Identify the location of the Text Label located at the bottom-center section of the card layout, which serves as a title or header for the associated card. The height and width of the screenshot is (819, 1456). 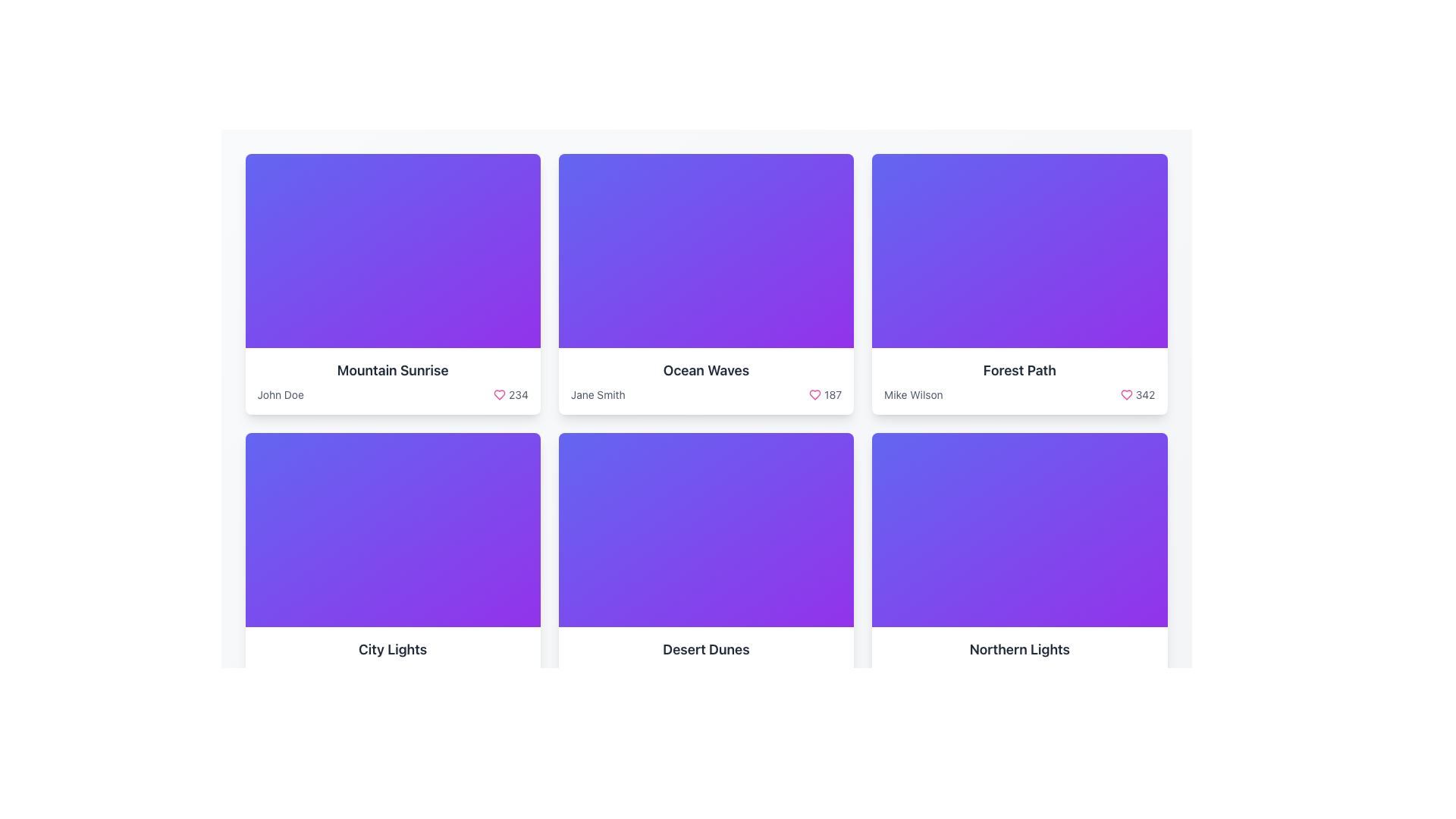
(393, 648).